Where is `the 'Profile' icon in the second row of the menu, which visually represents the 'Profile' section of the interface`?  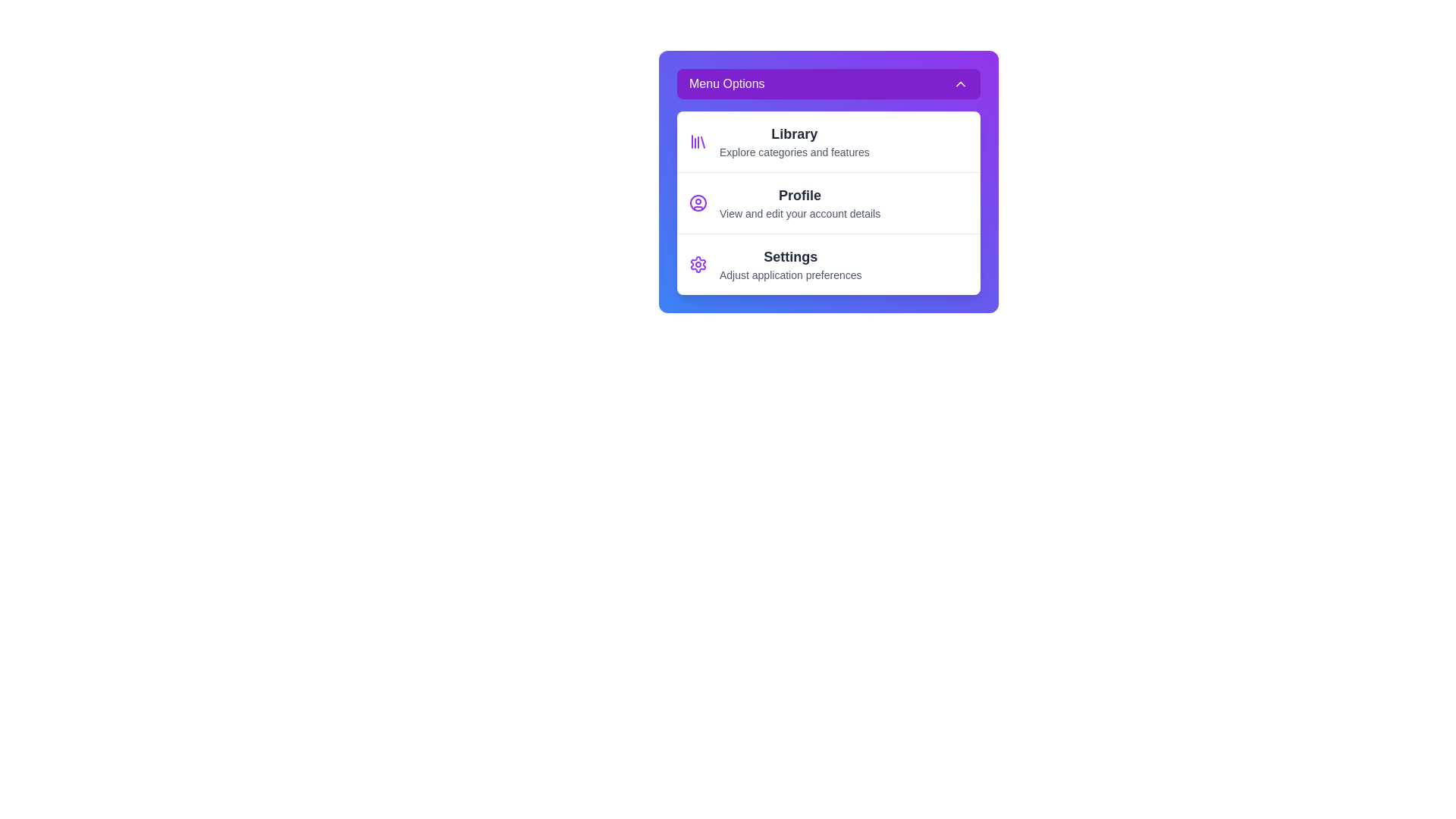 the 'Profile' icon in the second row of the menu, which visually represents the 'Profile' section of the interface is located at coordinates (698, 202).